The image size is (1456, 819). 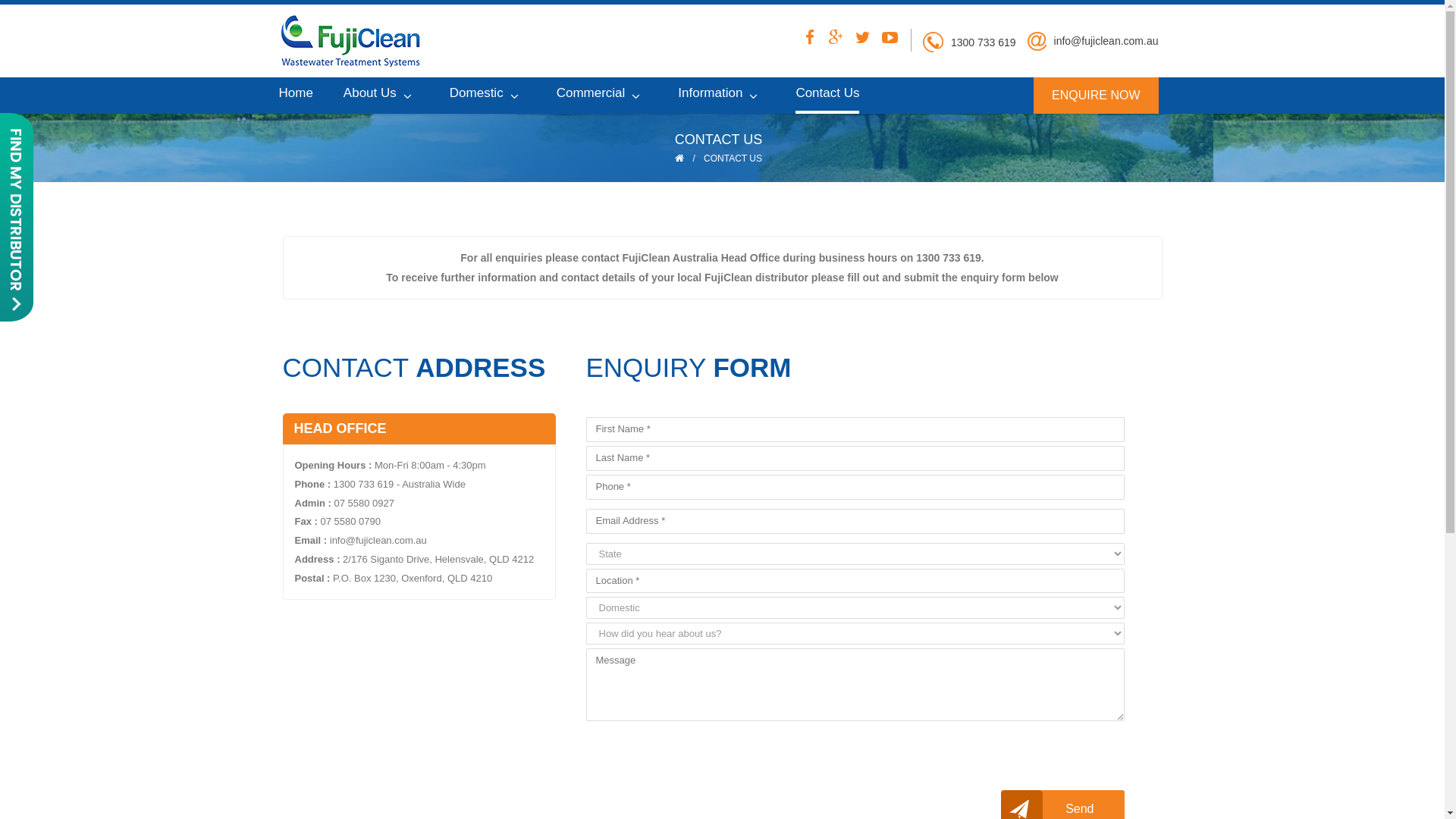 I want to click on 'Domestic', so click(x=488, y=93).